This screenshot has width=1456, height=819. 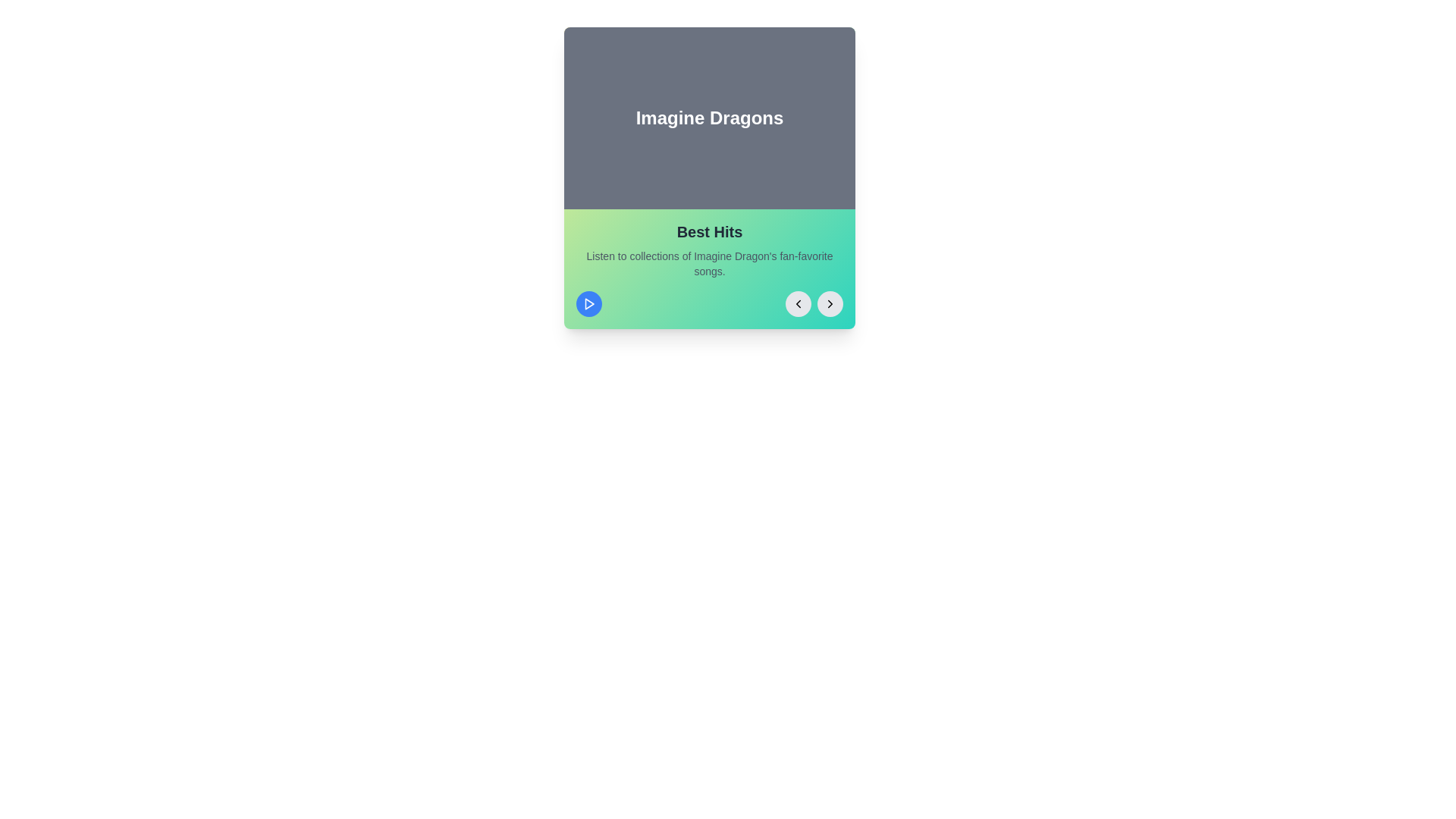 I want to click on the left chevron arrow icon, so click(x=797, y=304).